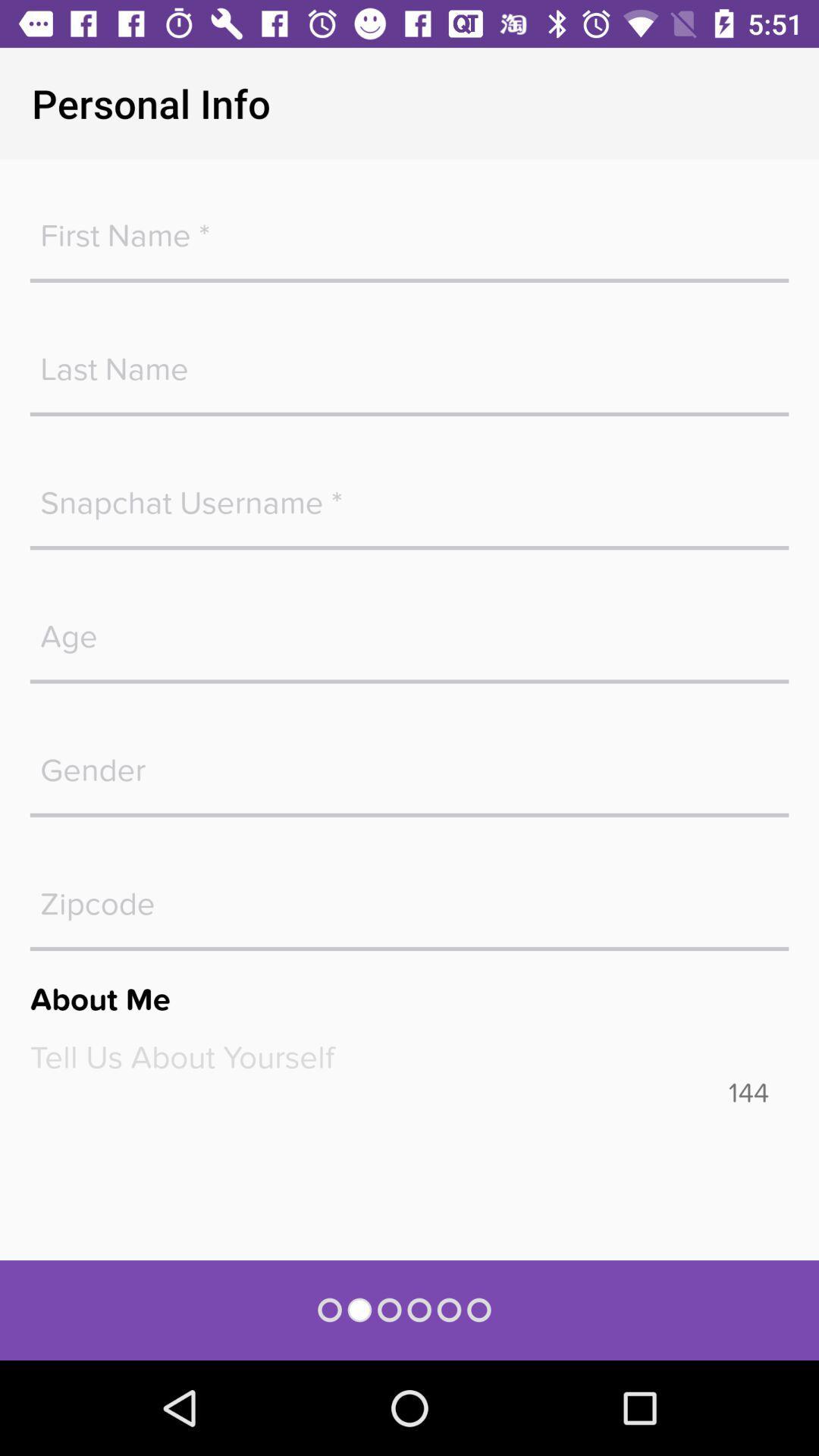  I want to click on icon above the 144, so click(409, 1057).